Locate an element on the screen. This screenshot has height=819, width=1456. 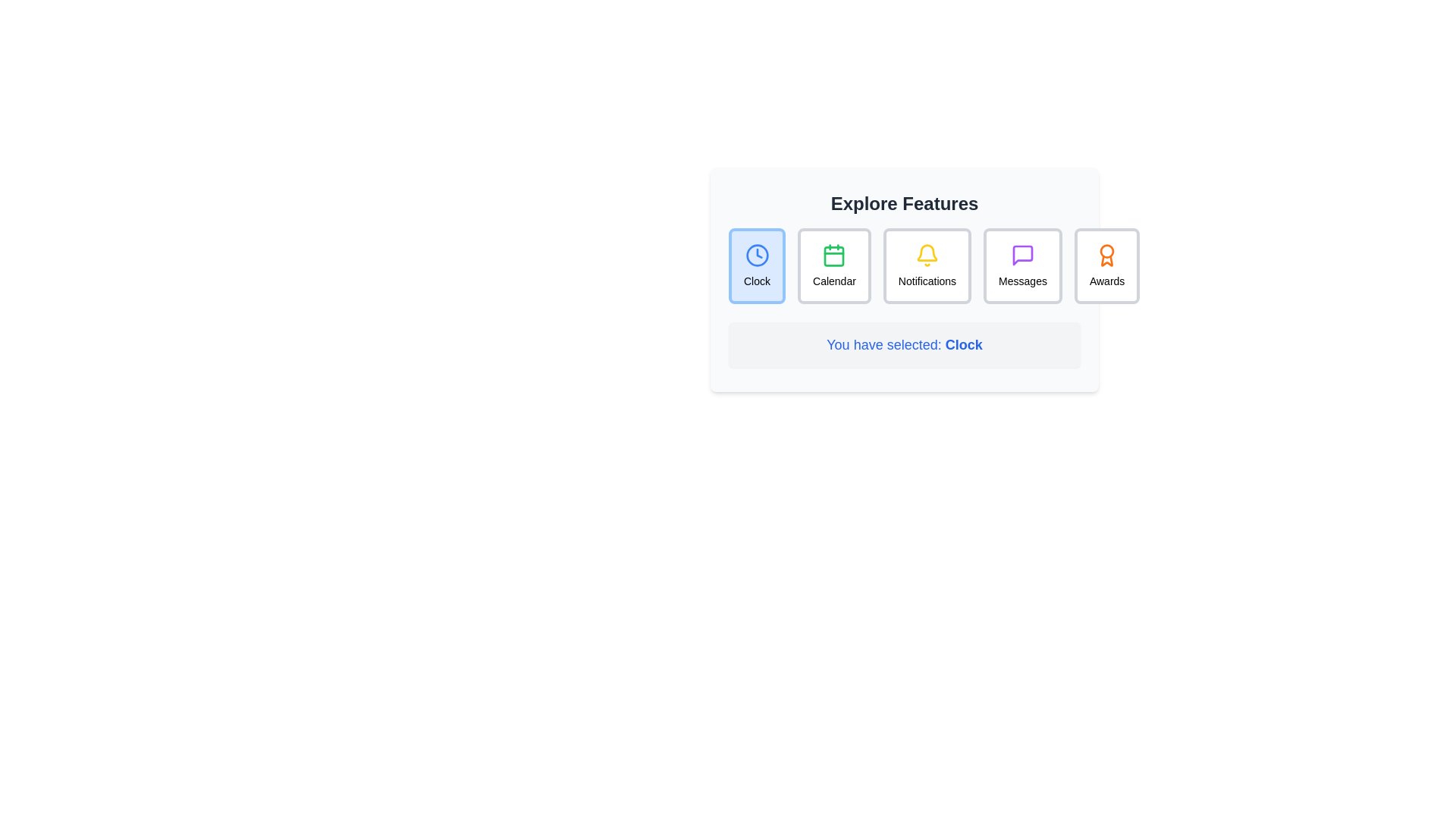
the 'Messages' button, which is the third option in the feature selection interface is located at coordinates (1022, 265).